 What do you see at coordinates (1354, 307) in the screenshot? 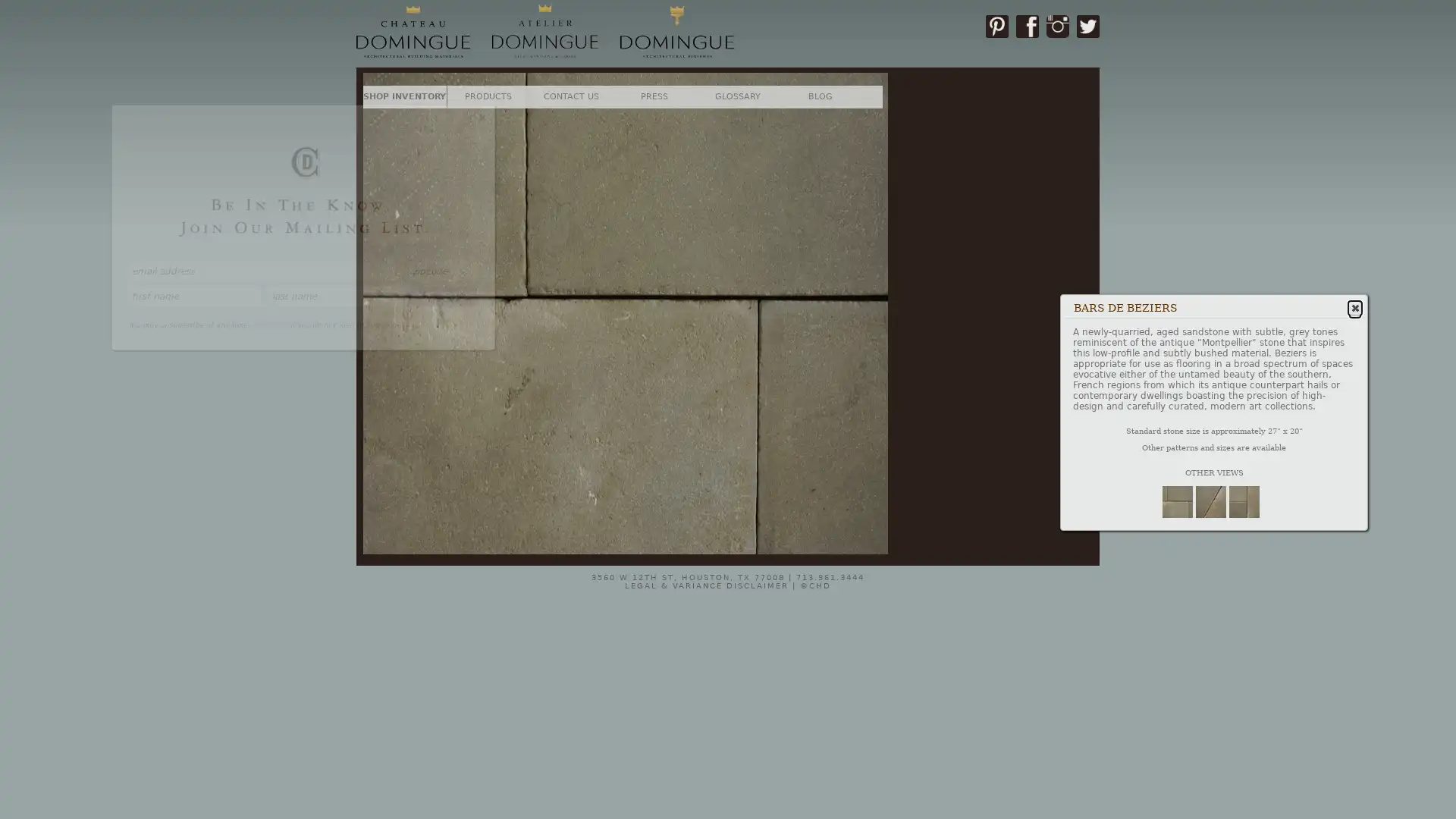
I see `Close` at bounding box center [1354, 307].